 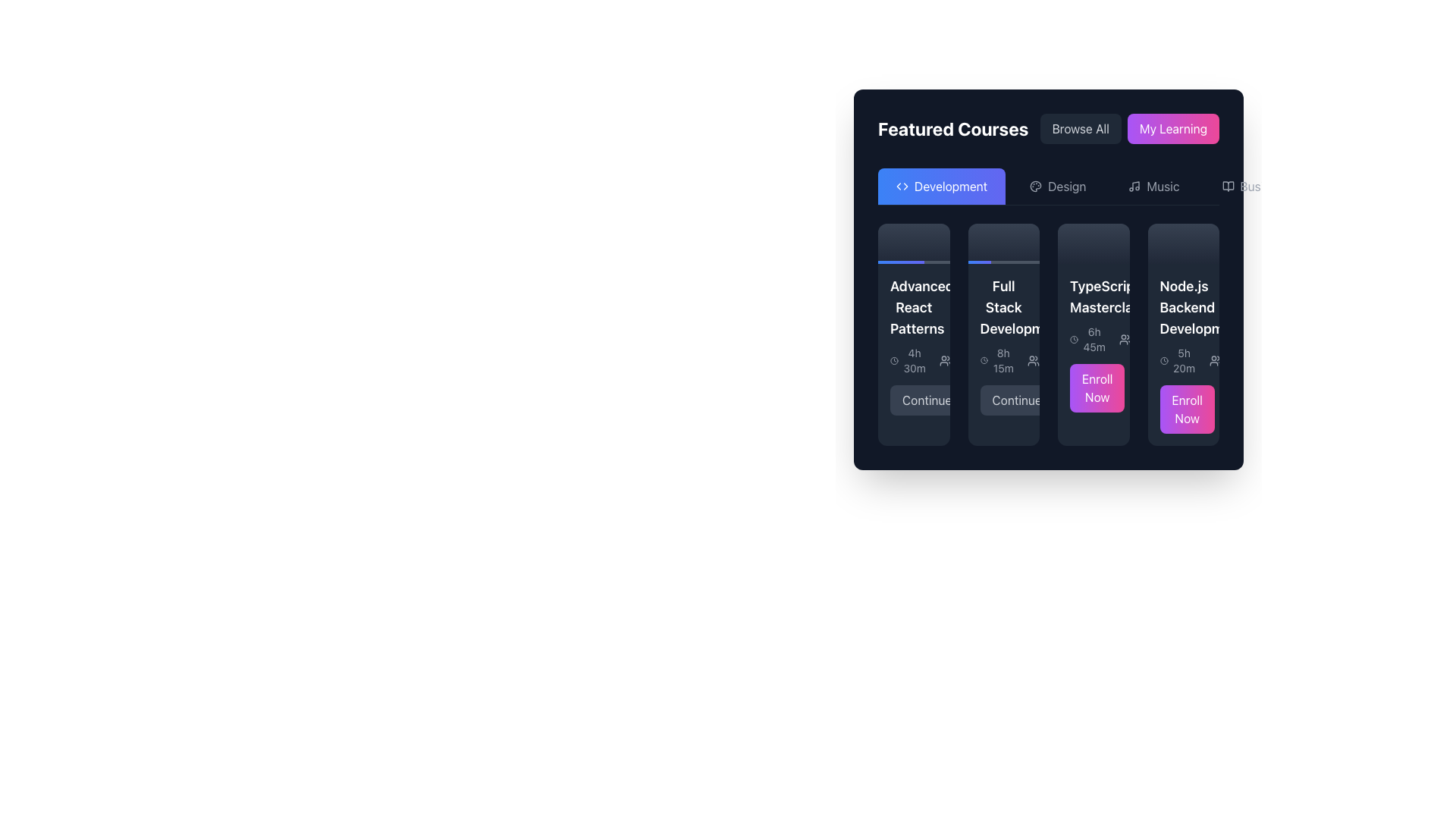 What do you see at coordinates (941, 186) in the screenshot?
I see `the 'Development' button` at bounding box center [941, 186].